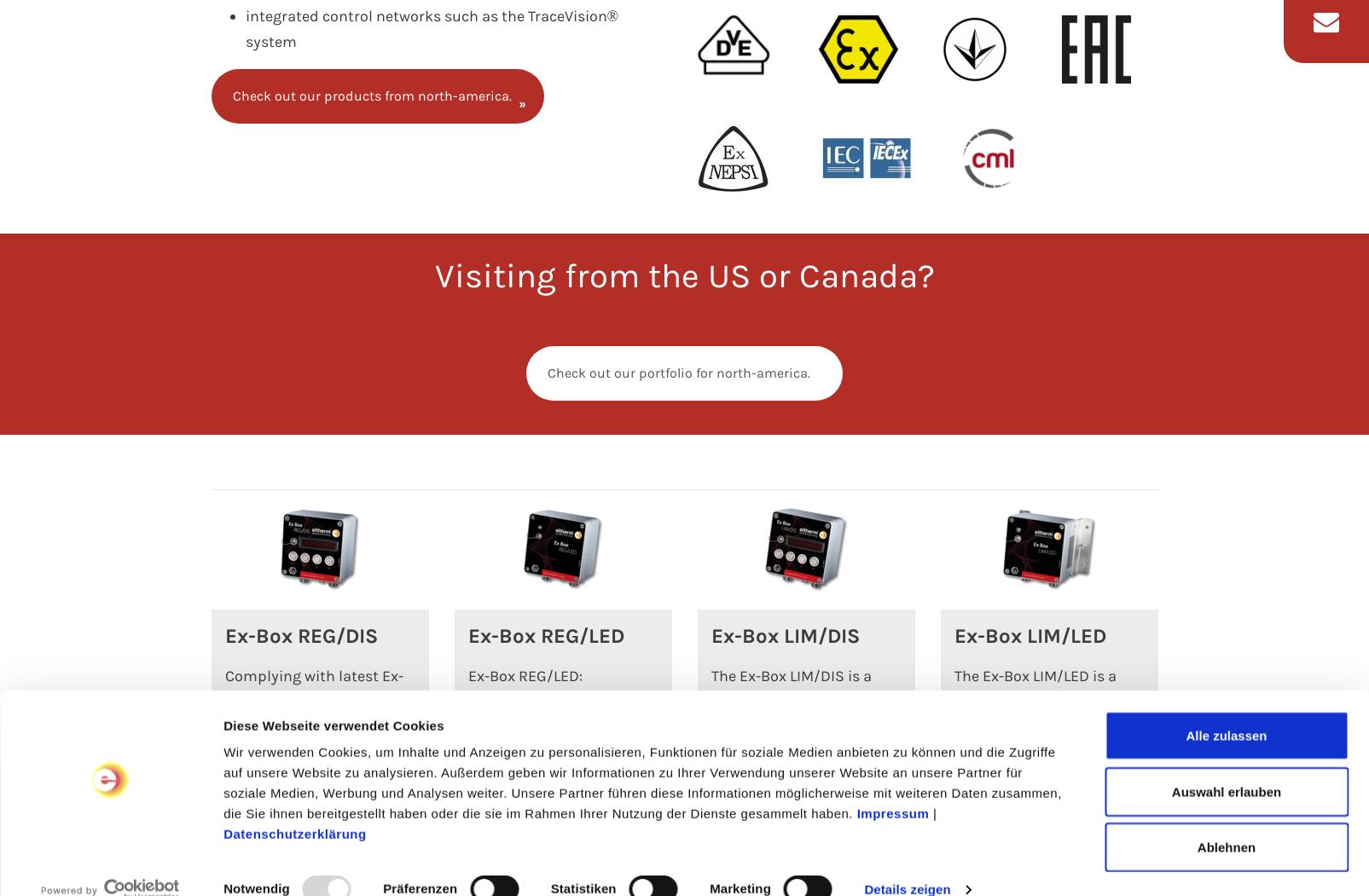 The image size is (1369, 896). I want to click on 'The Ex-Box LIM/DIS is a limiter for switching off heating circuits in case of excess temperature or current overload.…', so click(798, 727).